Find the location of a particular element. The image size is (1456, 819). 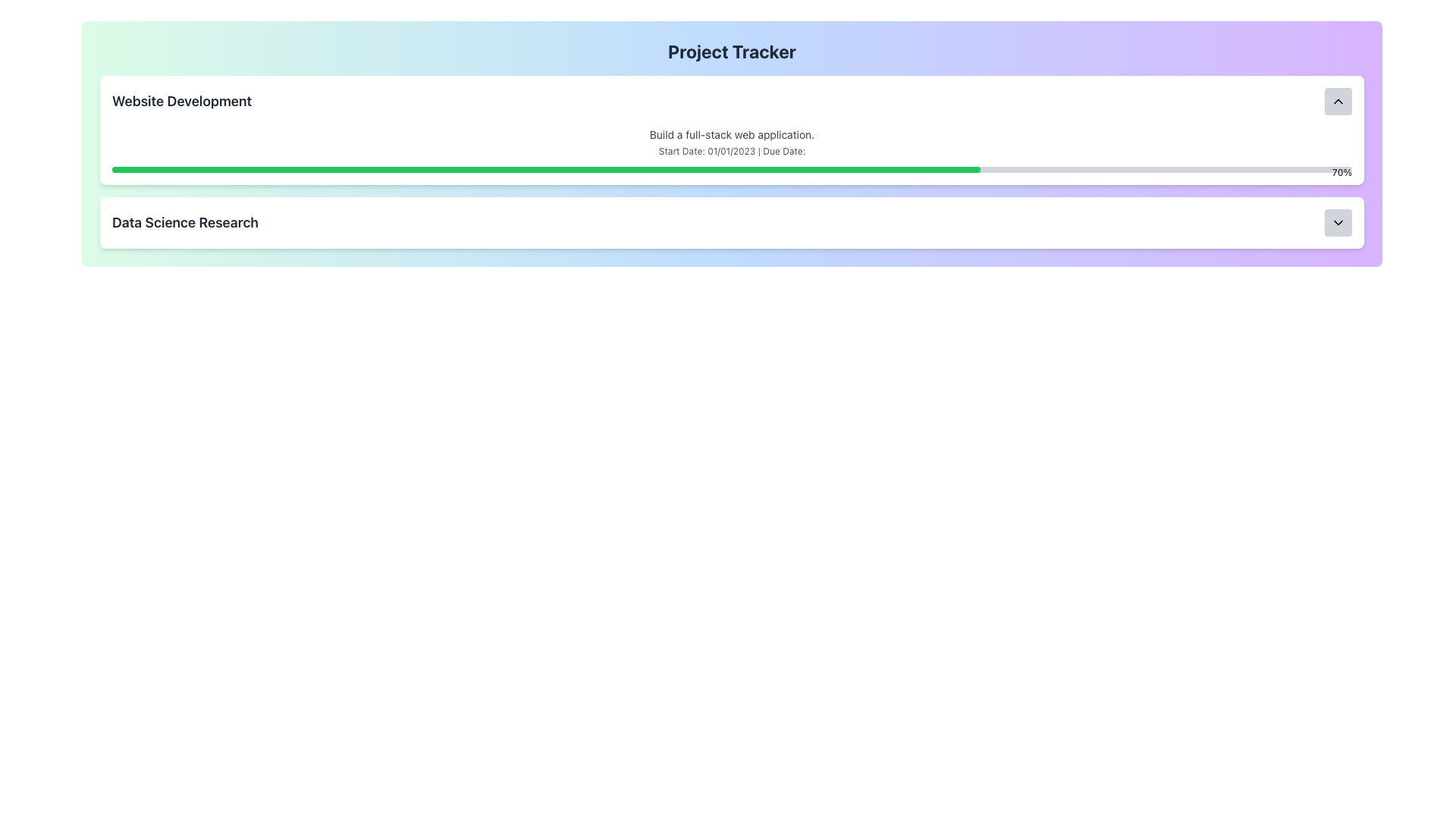

the text label displaying 'Build a full-stack web application.' which is styled in gray and positioned above the line 'Start Date: 01/01/2023 | Due Date:' is located at coordinates (732, 133).